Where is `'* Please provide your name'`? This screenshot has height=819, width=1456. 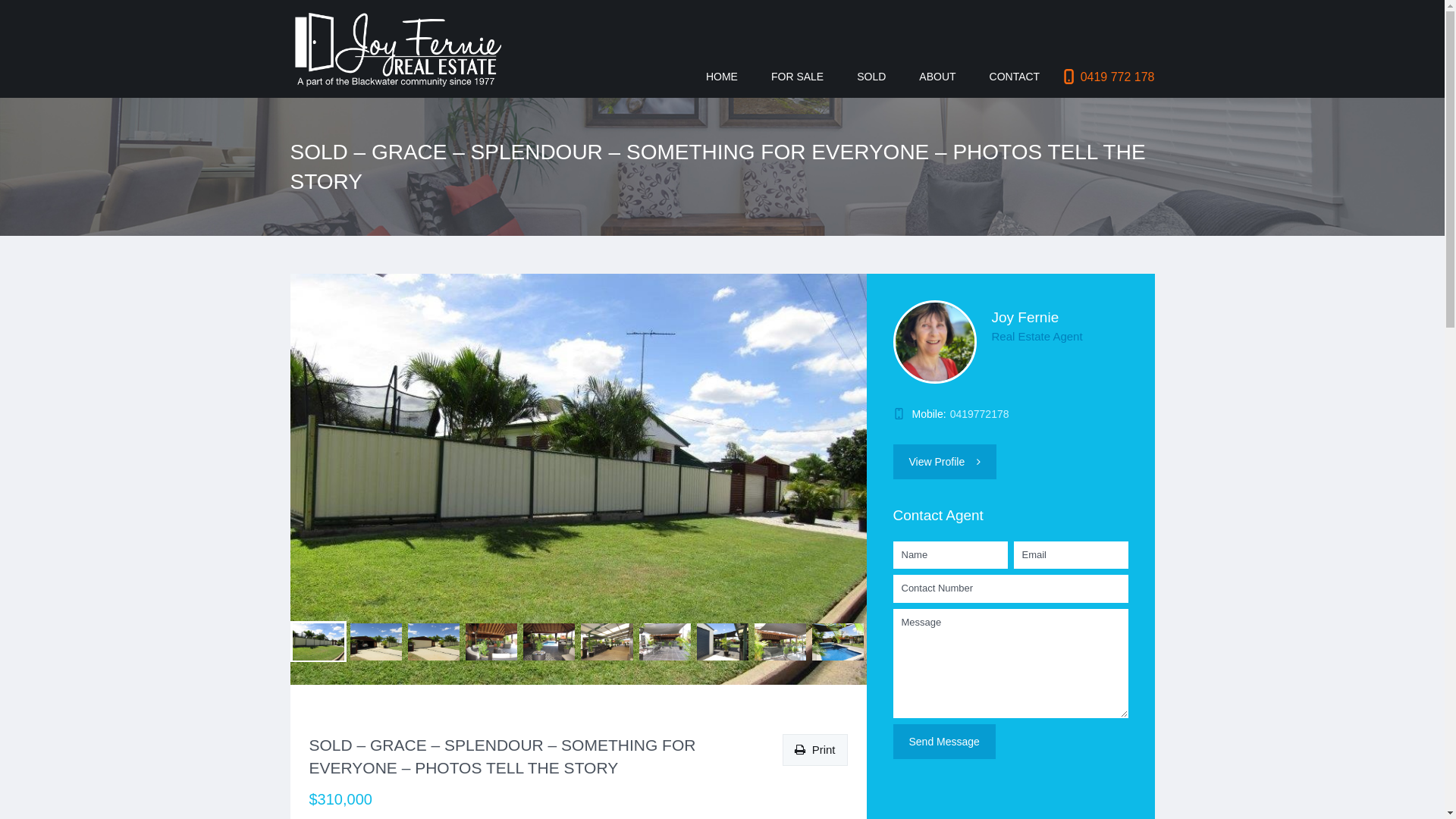 '* Please provide your name' is located at coordinates (949, 555).